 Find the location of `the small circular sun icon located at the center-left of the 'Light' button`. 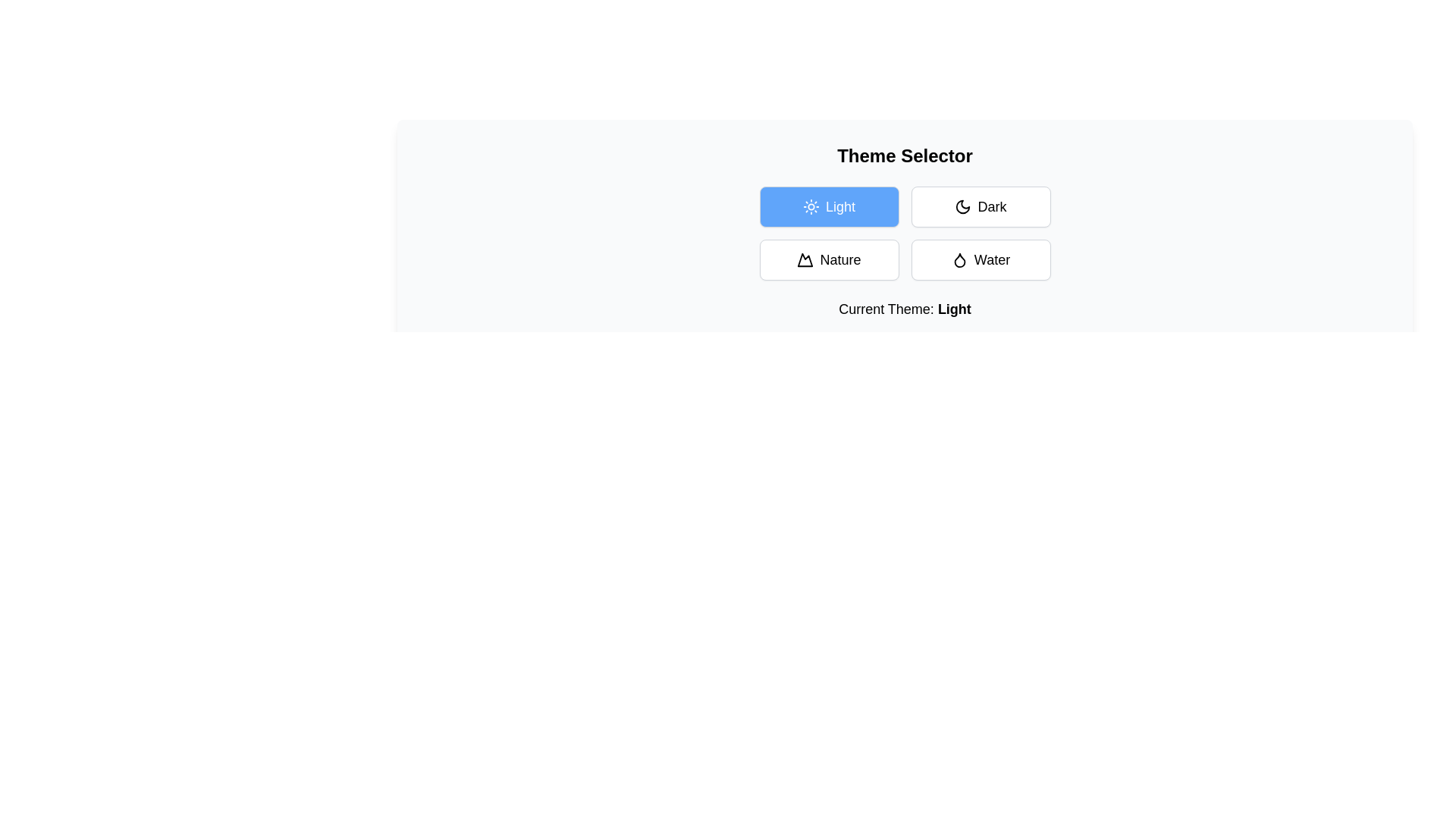

the small circular sun icon located at the center-left of the 'Light' button is located at coordinates (811, 207).